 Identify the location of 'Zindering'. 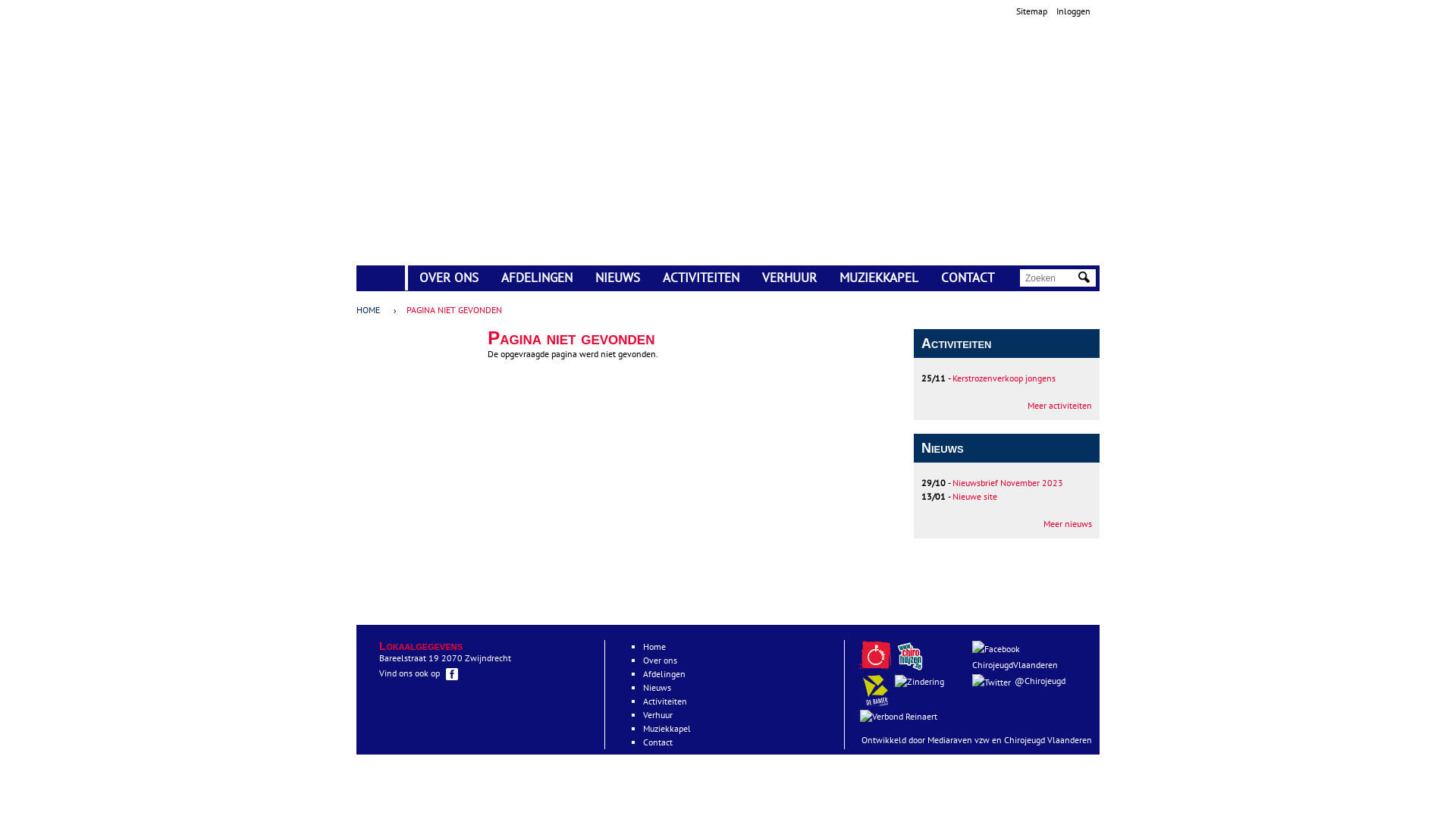
(900, 716).